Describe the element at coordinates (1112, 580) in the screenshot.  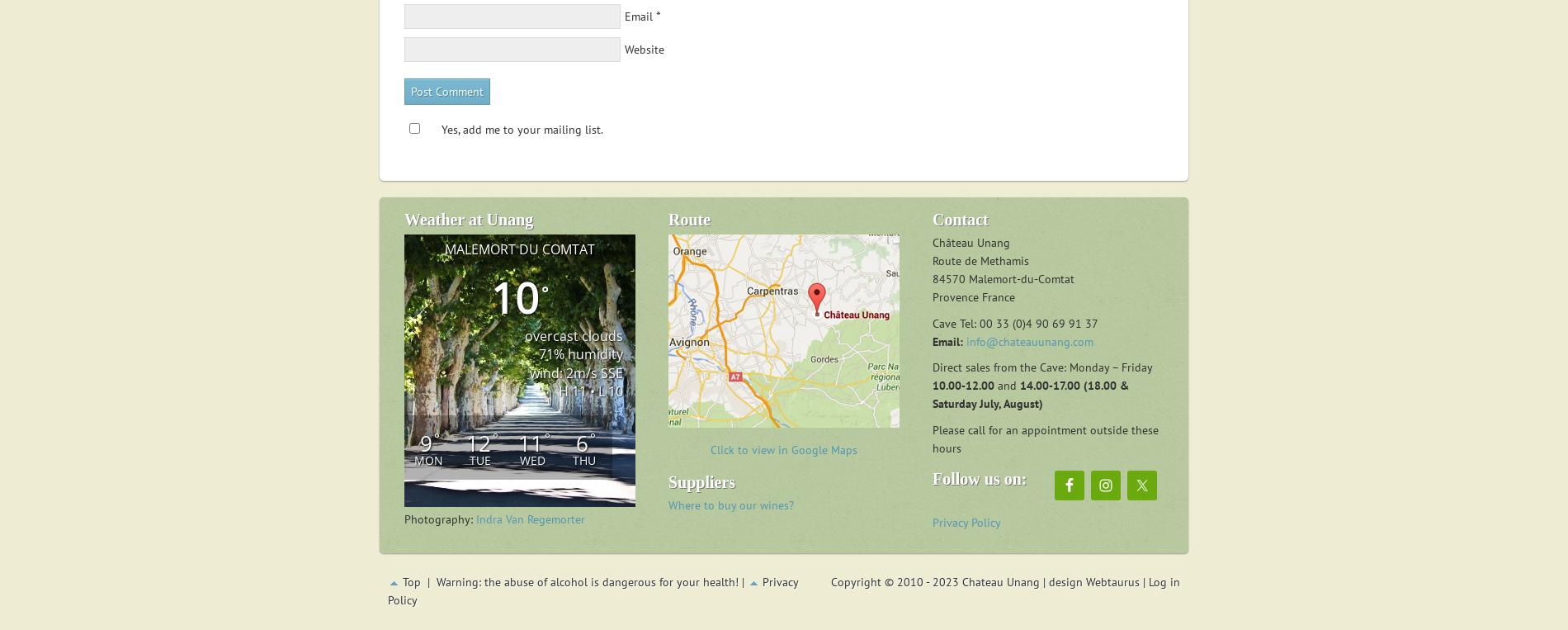
I see `'Webtaurus'` at that location.